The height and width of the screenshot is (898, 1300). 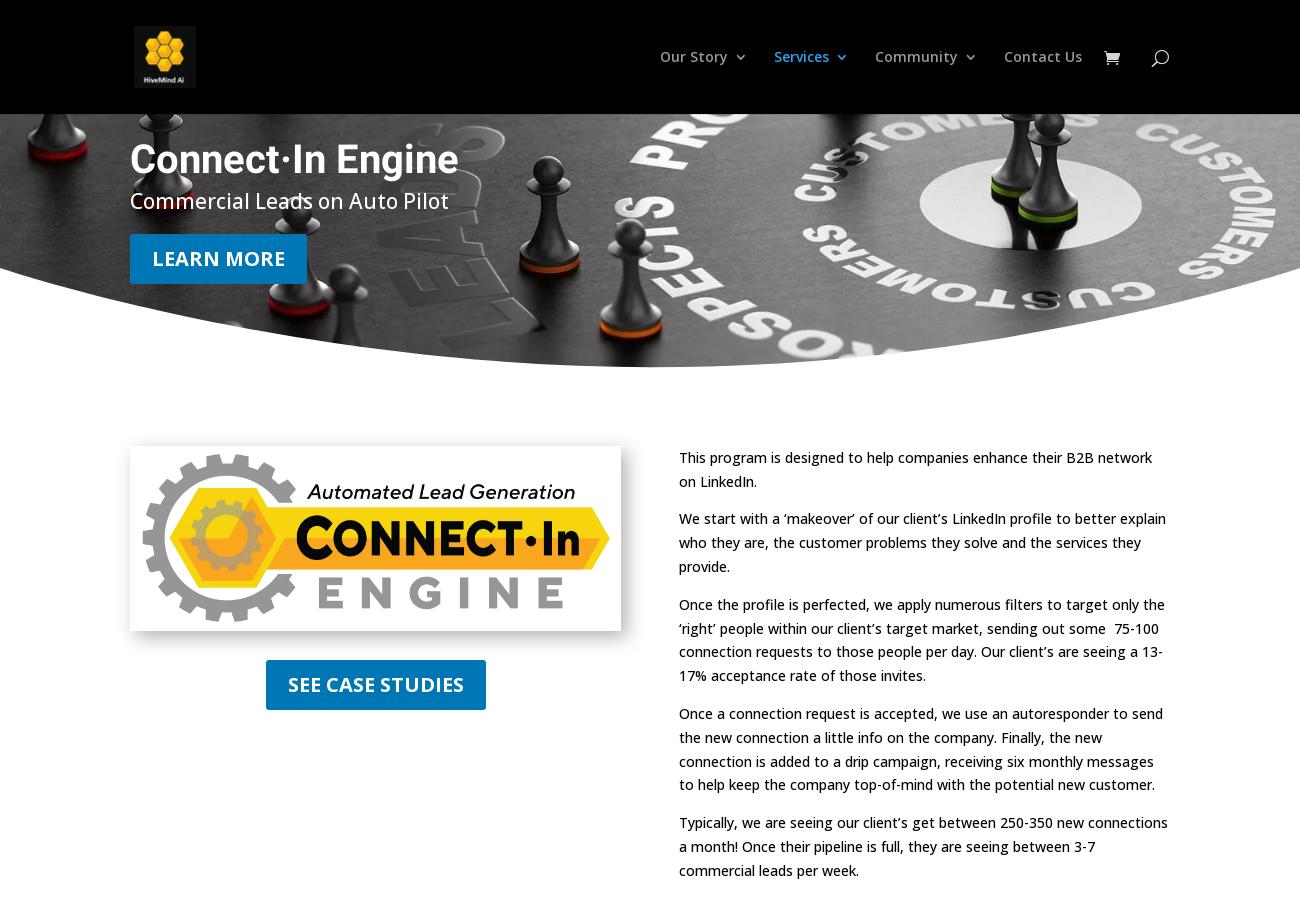 What do you see at coordinates (856, 278) in the screenshot?
I see `'Chatbot Automation'` at bounding box center [856, 278].